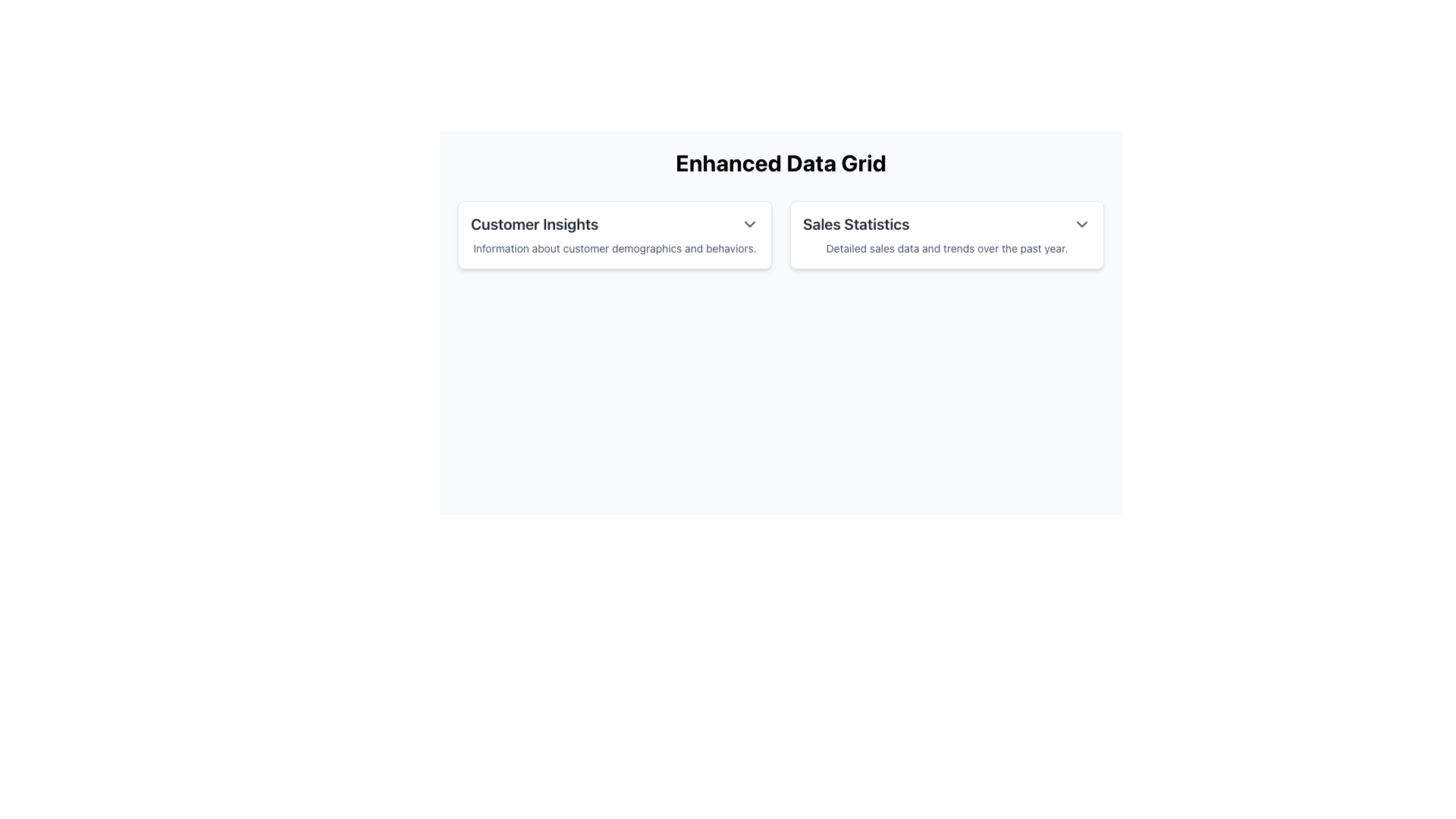 This screenshot has width=1456, height=819. Describe the element at coordinates (749, 224) in the screenshot. I see `the chevron icon located in the top right of the 'Customer Insights' card` at that location.